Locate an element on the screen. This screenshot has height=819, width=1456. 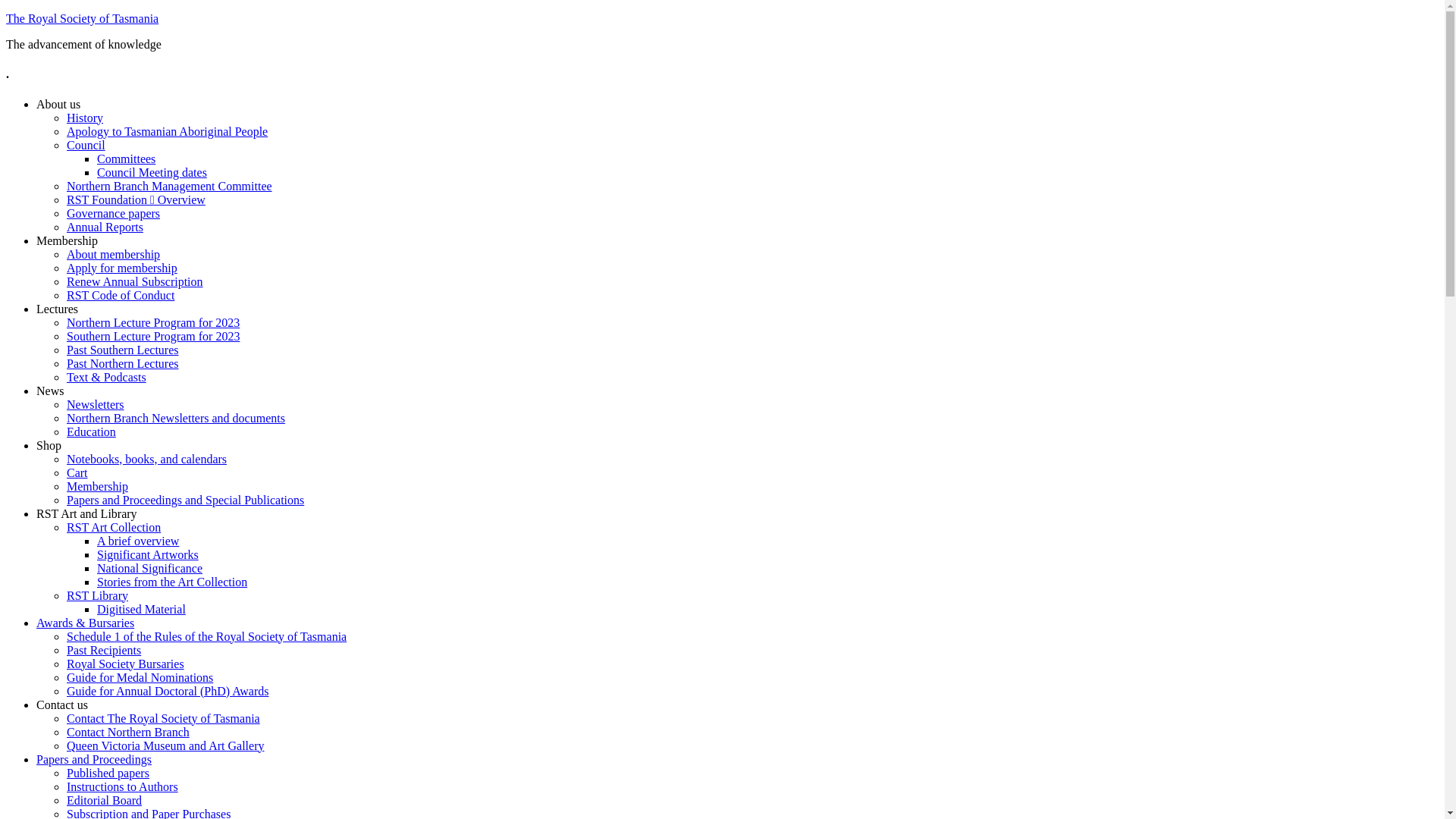
'Significant Artworks' is located at coordinates (148, 554).